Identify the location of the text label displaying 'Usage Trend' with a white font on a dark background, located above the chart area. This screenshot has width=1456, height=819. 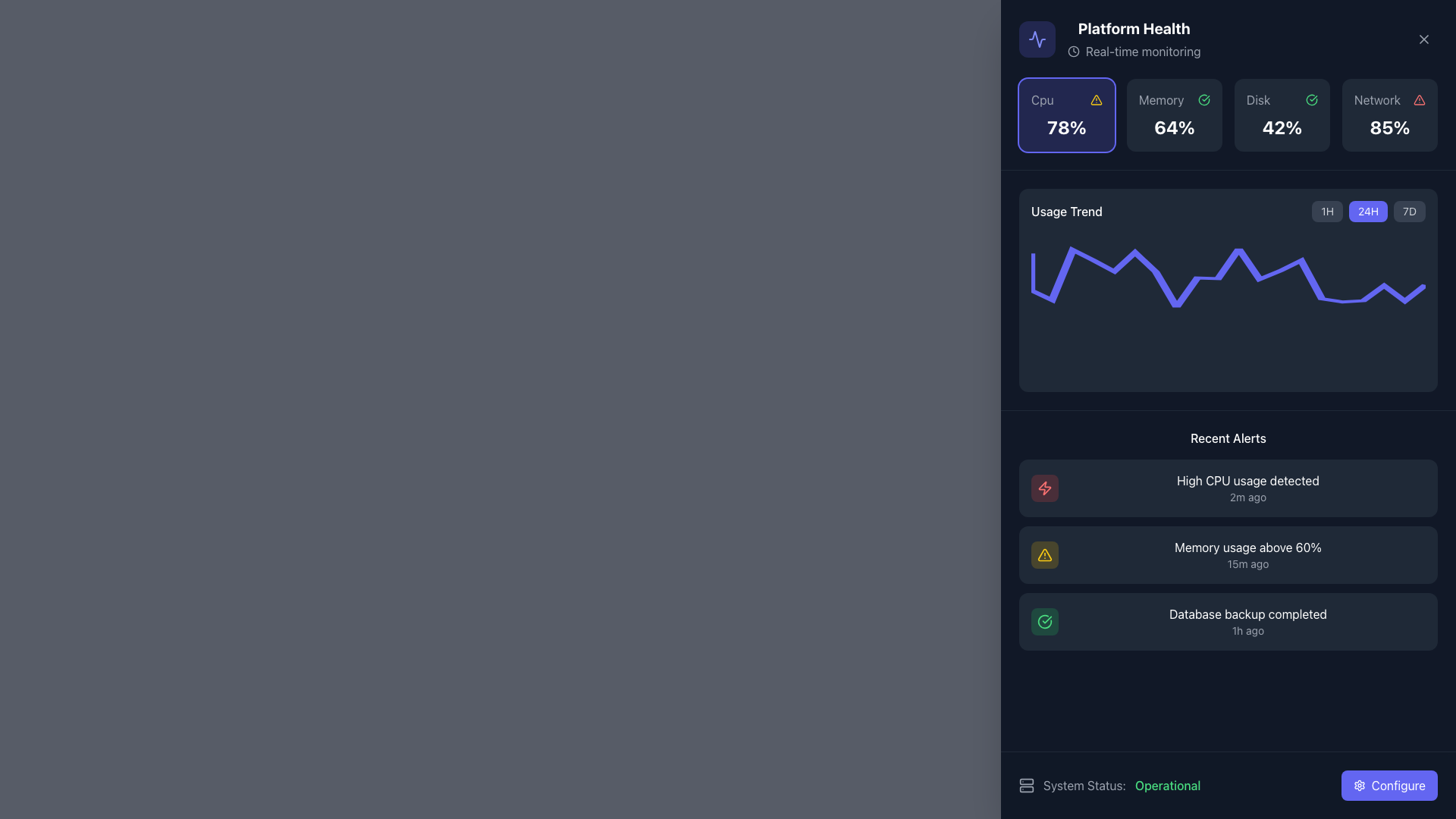
(1065, 211).